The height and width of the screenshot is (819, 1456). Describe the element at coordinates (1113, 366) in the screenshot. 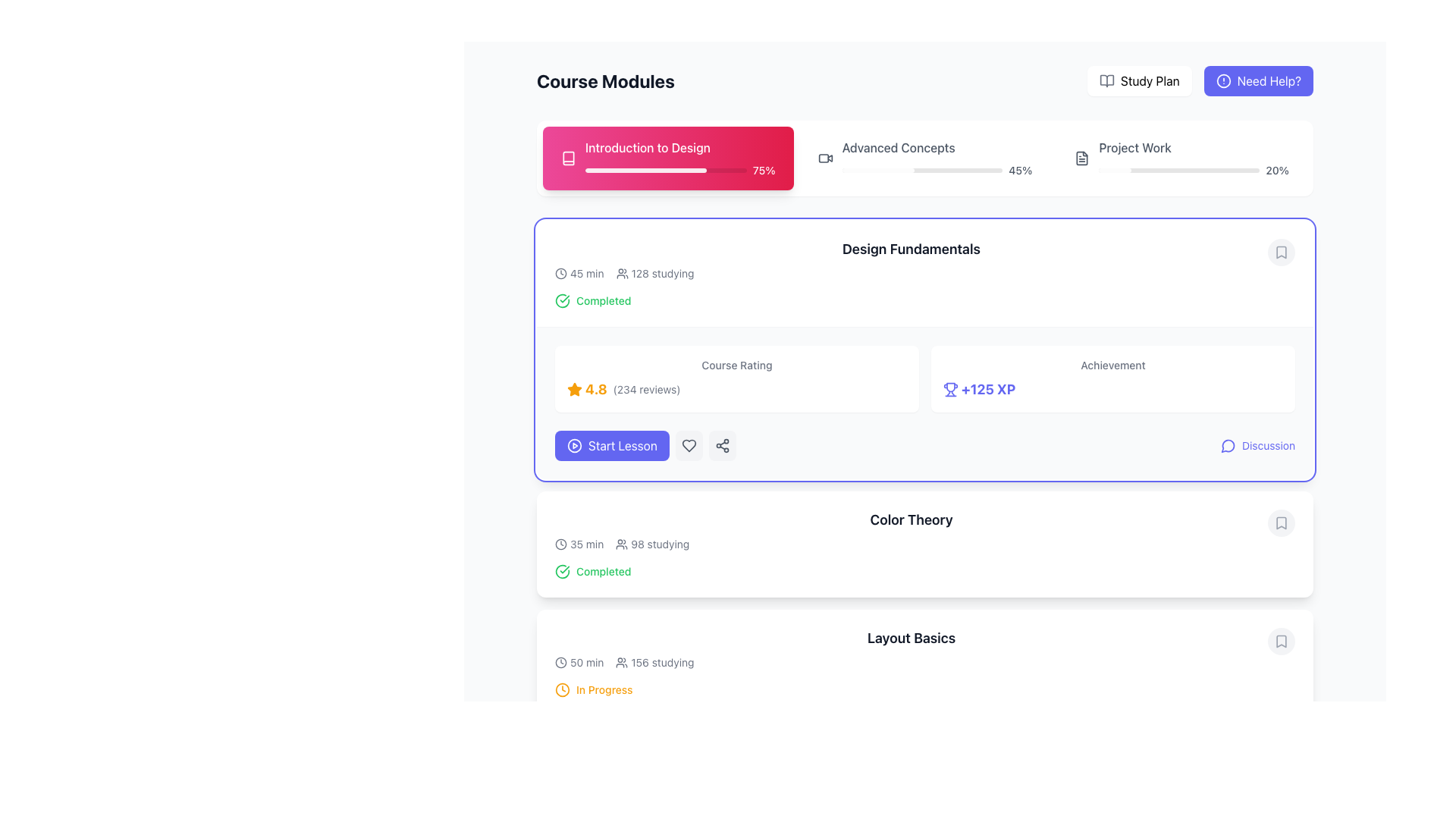

I see `the 'Achievement' label text element which is styled in gray and positioned within the 'Design Fundamentals' card layout, above the '+125 XP' blue text` at that location.